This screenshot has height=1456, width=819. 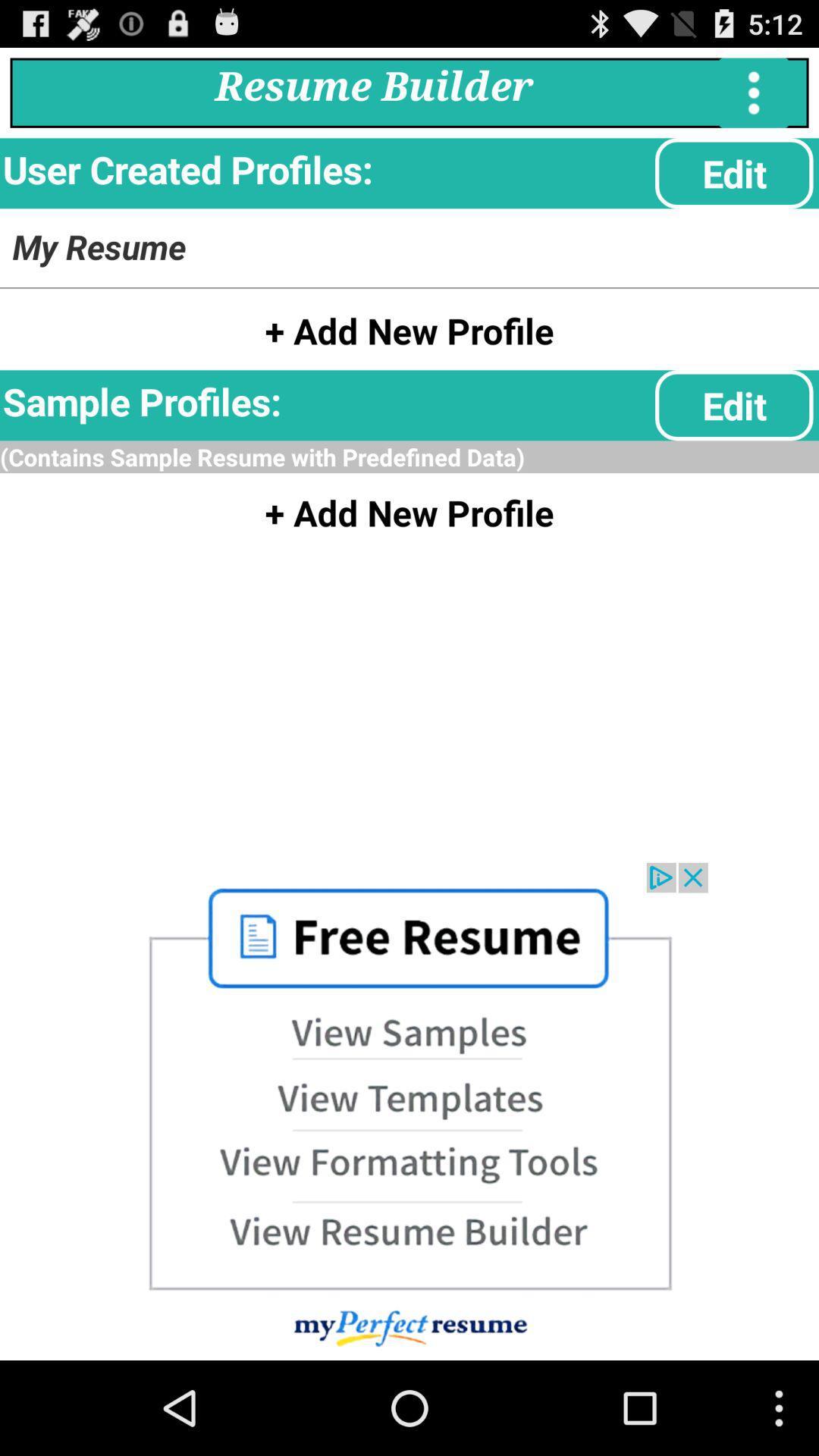 I want to click on connect to link, so click(x=409, y=1111).